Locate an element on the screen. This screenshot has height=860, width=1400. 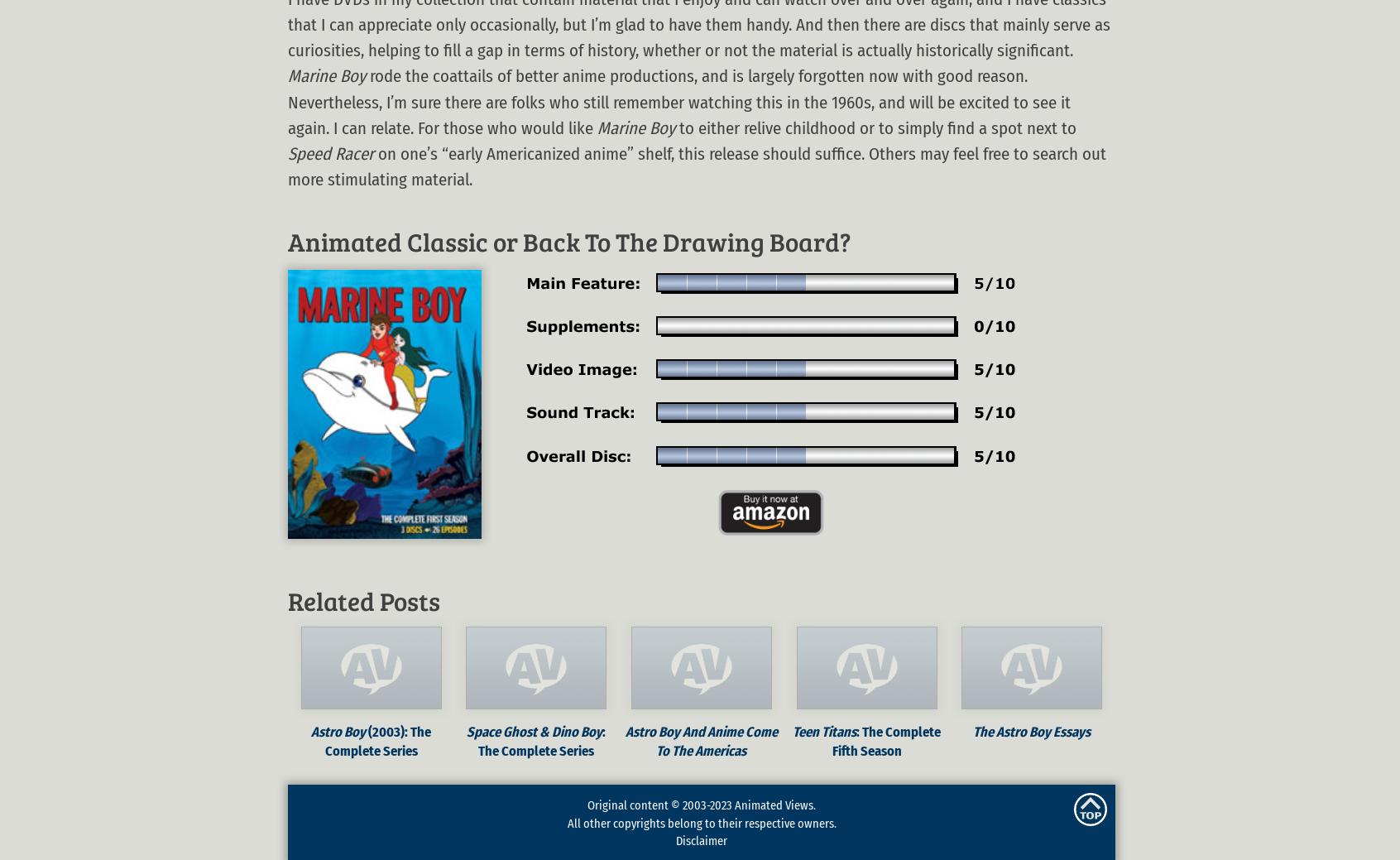
'Disclaimer' is located at coordinates (701, 841).